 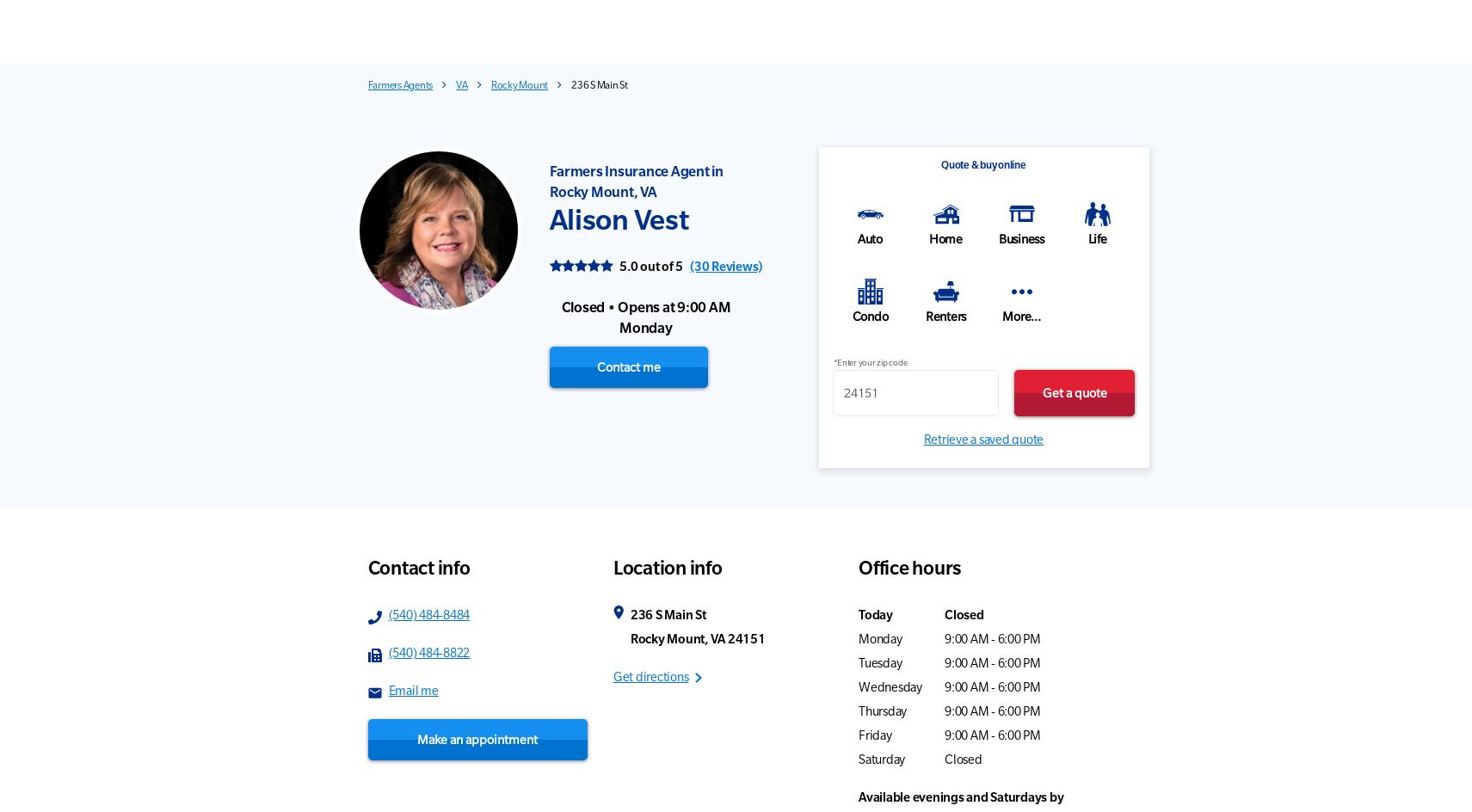 What do you see at coordinates (1190, 679) in the screenshot?
I see `'June 12, 2022'` at bounding box center [1190, 679].